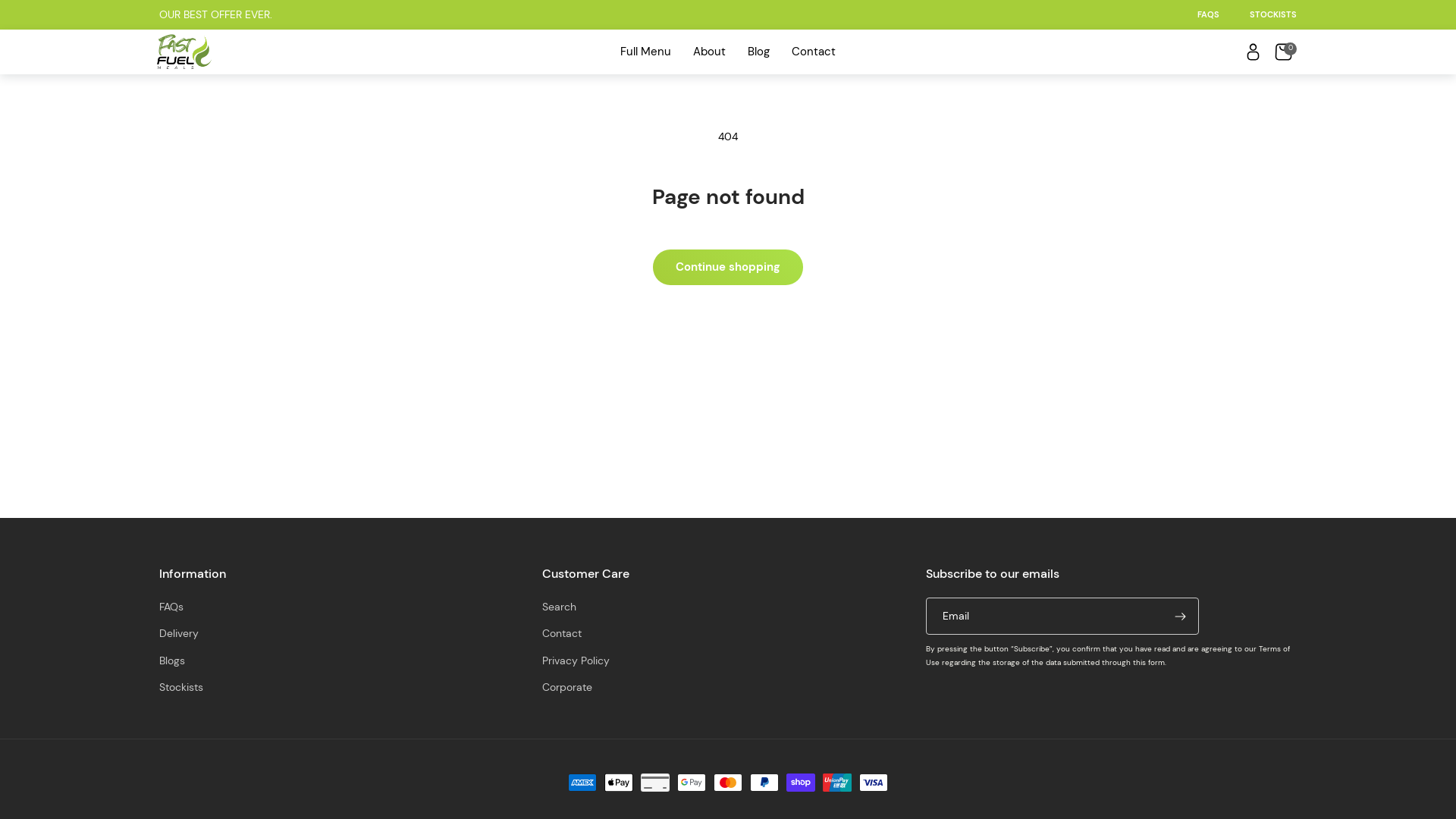 The image size is (1456, 819). Describe the element at coordinates (542, 687) in the screenshot. I see `'Corporate'` at that location.